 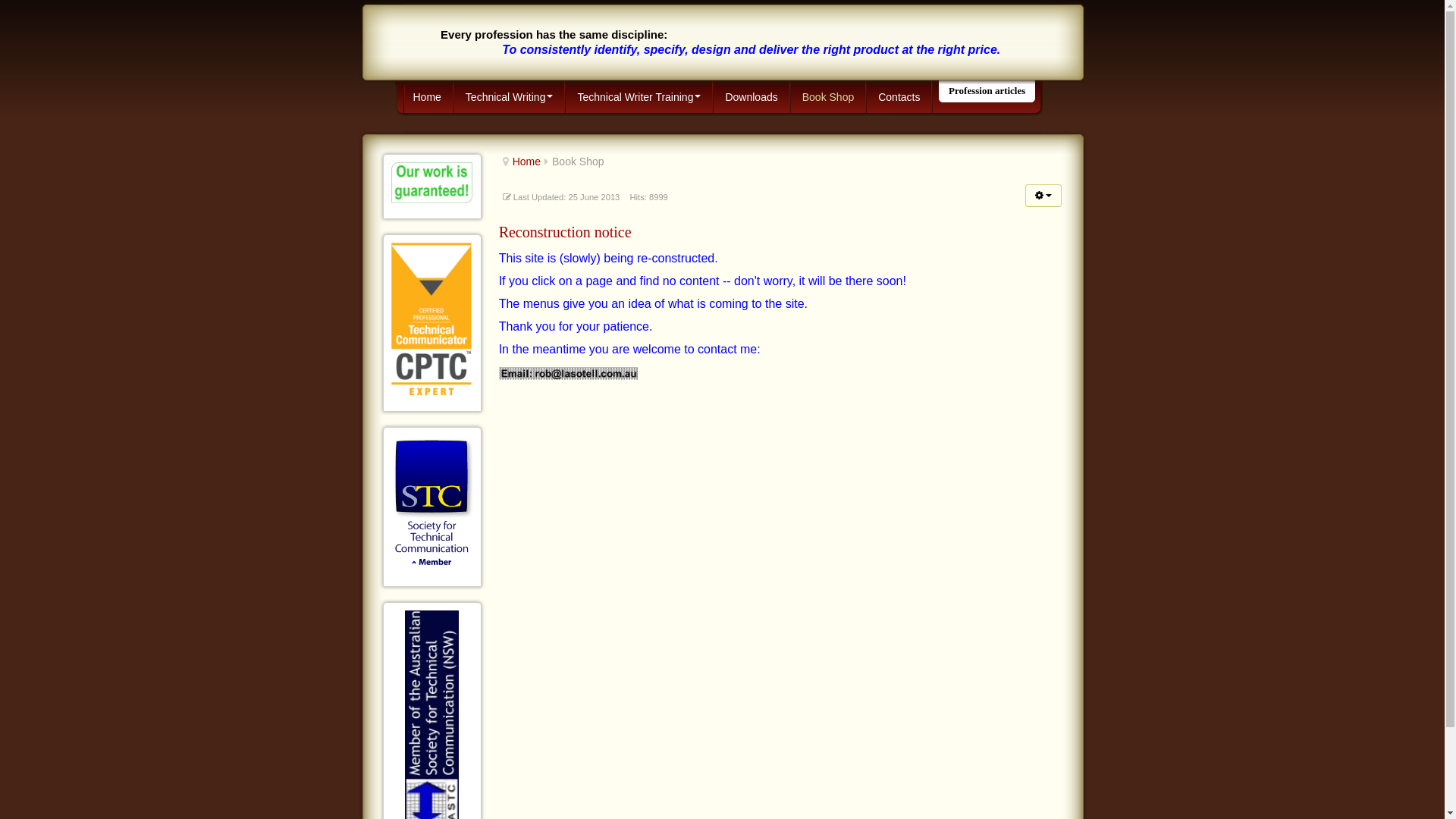 What do you see at coordinates (789, 96) in the screenshot?
I see `'Book Shop'` at bounding box center [789, 96].